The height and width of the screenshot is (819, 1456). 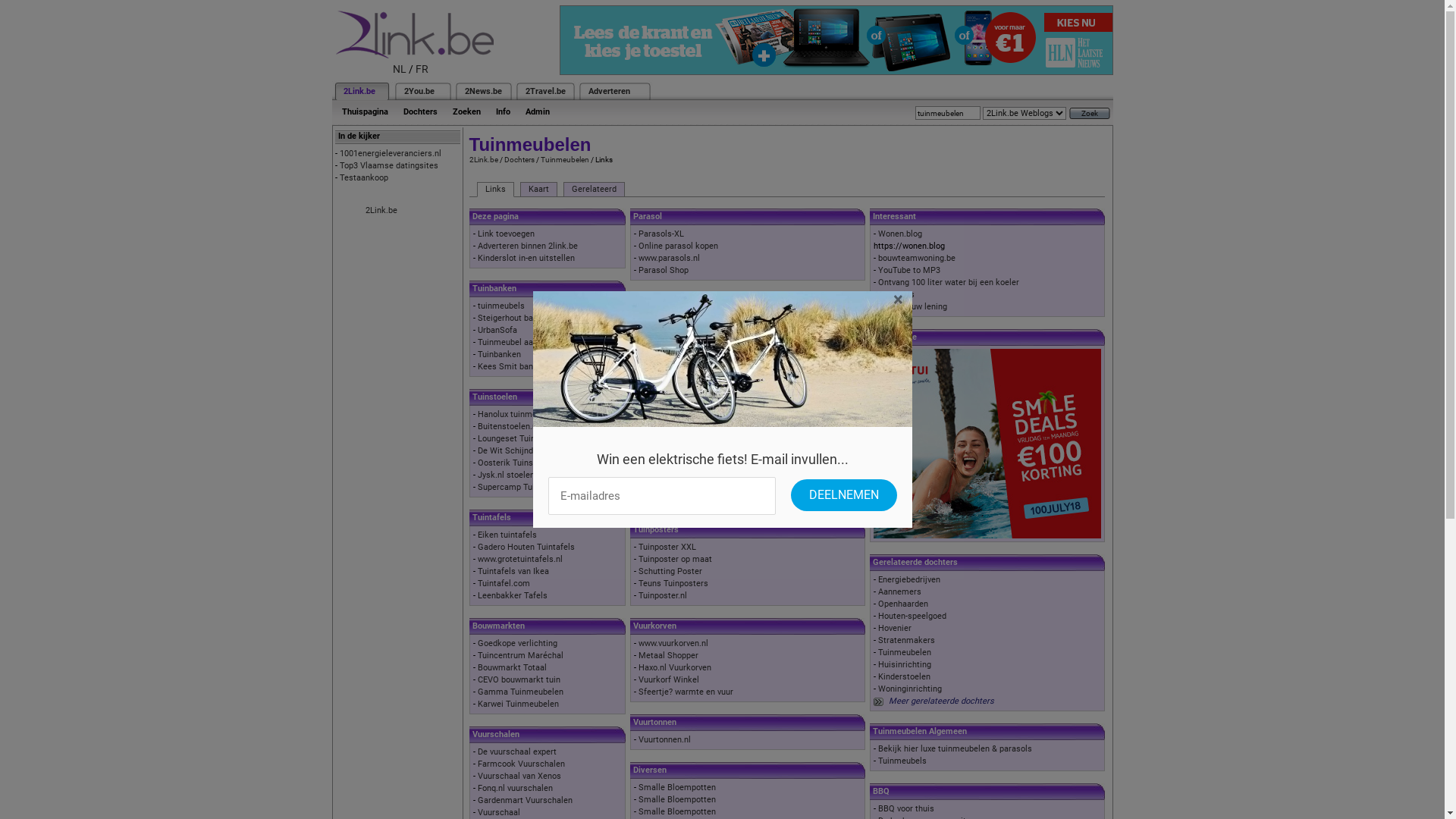 I want to click on 'Openhaarden', so click(x=902, y=603).